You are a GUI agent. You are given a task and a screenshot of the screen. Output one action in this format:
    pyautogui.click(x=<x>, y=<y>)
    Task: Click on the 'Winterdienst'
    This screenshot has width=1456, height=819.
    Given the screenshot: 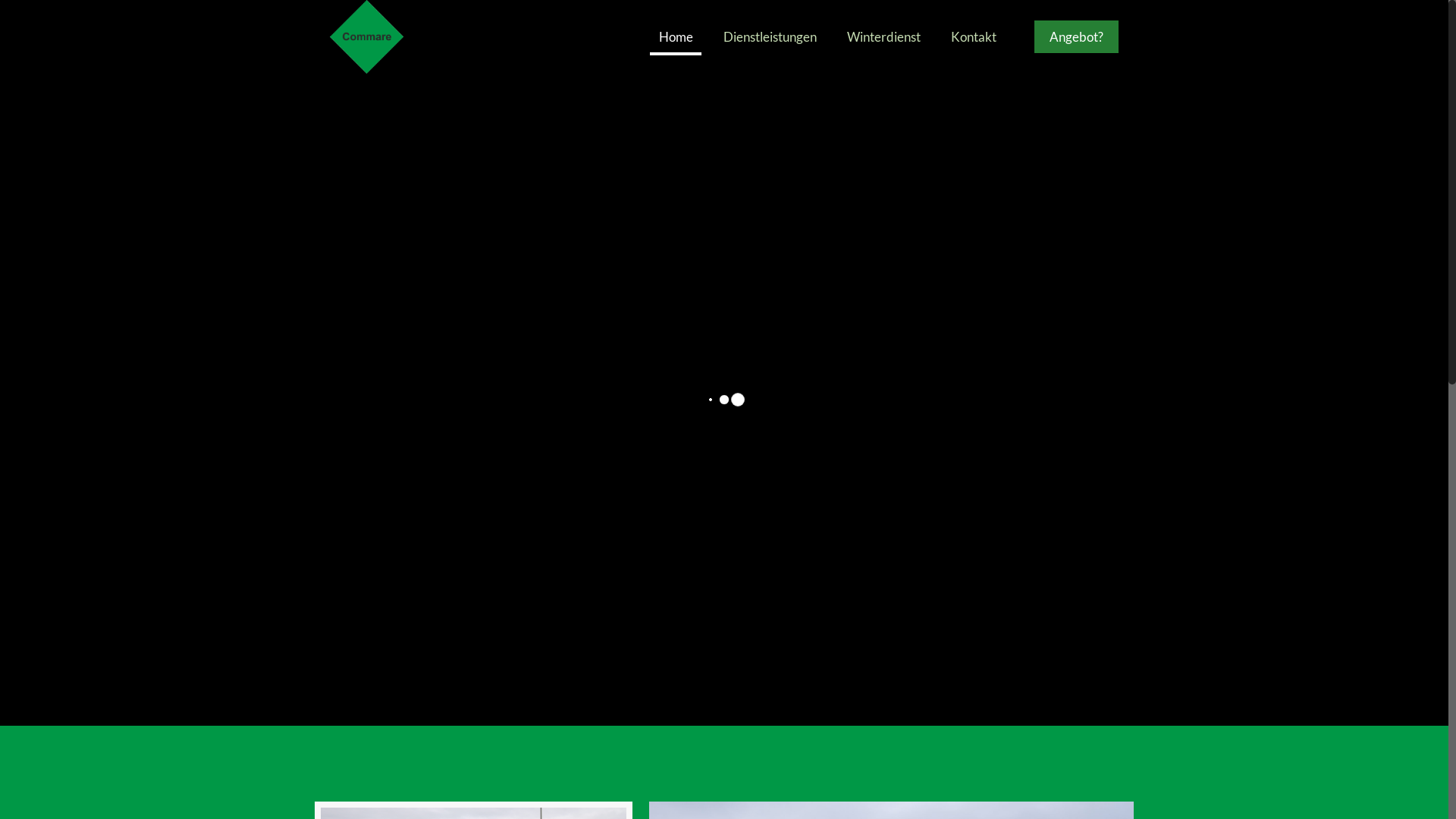 What is the action you would take?
    pyautogui.click(x=883, y=36)
    